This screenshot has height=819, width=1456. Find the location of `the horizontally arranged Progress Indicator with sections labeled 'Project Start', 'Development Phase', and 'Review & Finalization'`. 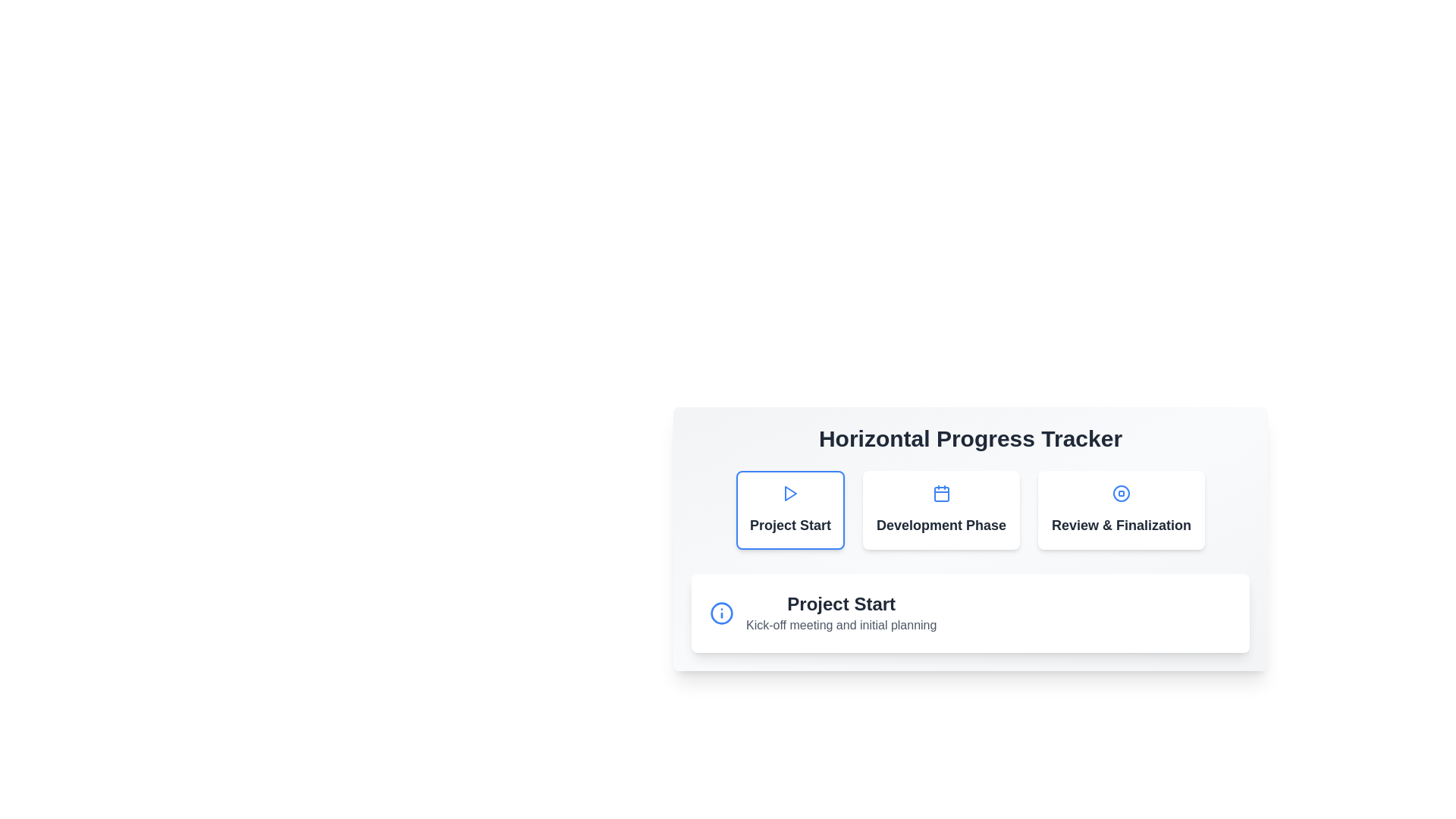

the horizontally arranged Progress Indicator with sections labeled 'Project Start', 'Development Phase', and 'Review & Finalization' is located at coordinates (971, 538).